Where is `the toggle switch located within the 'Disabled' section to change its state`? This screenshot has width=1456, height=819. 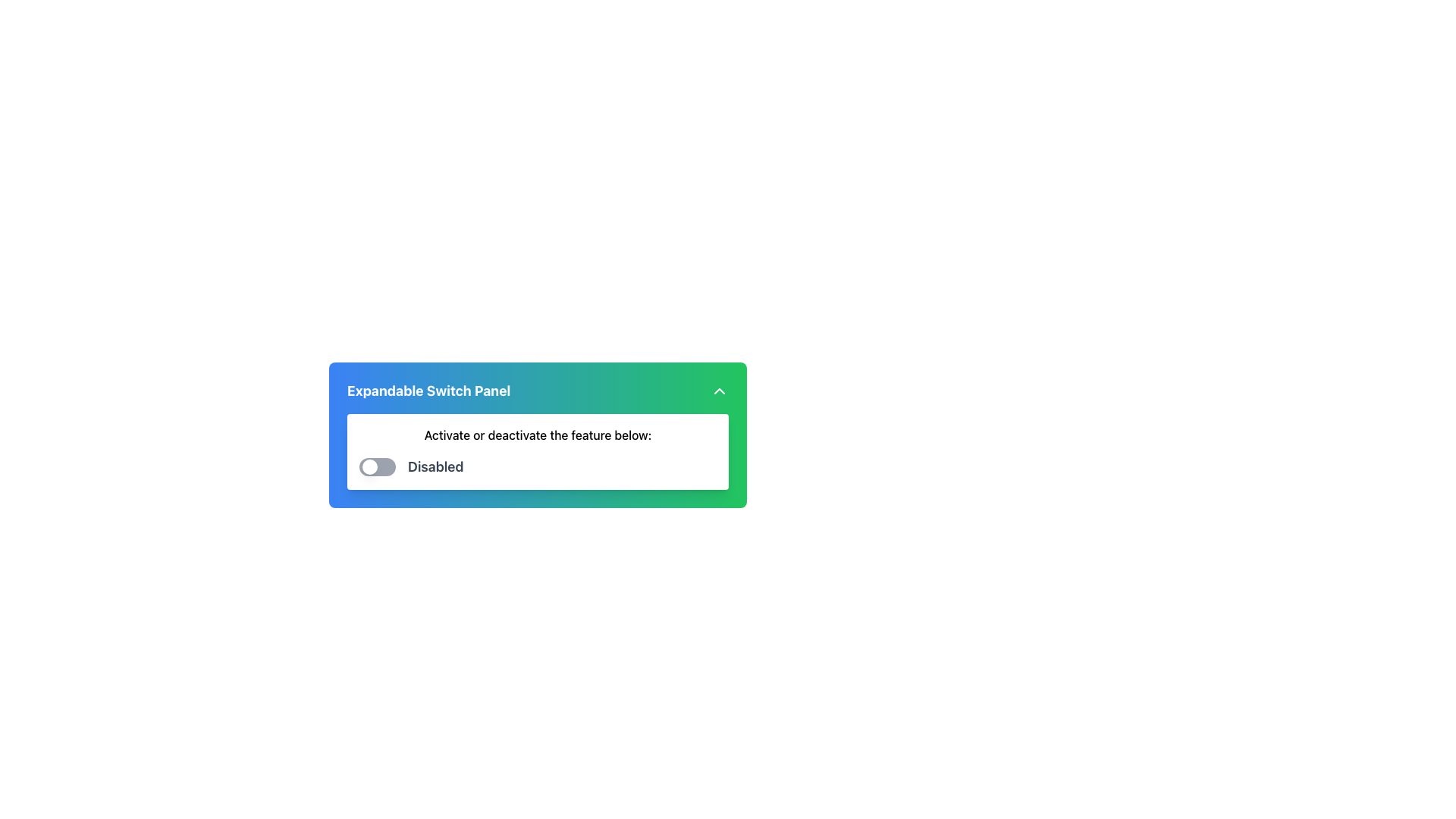
the toggle switch located within the 'Disabled' section to change its state is located at coordinates (378, 466).